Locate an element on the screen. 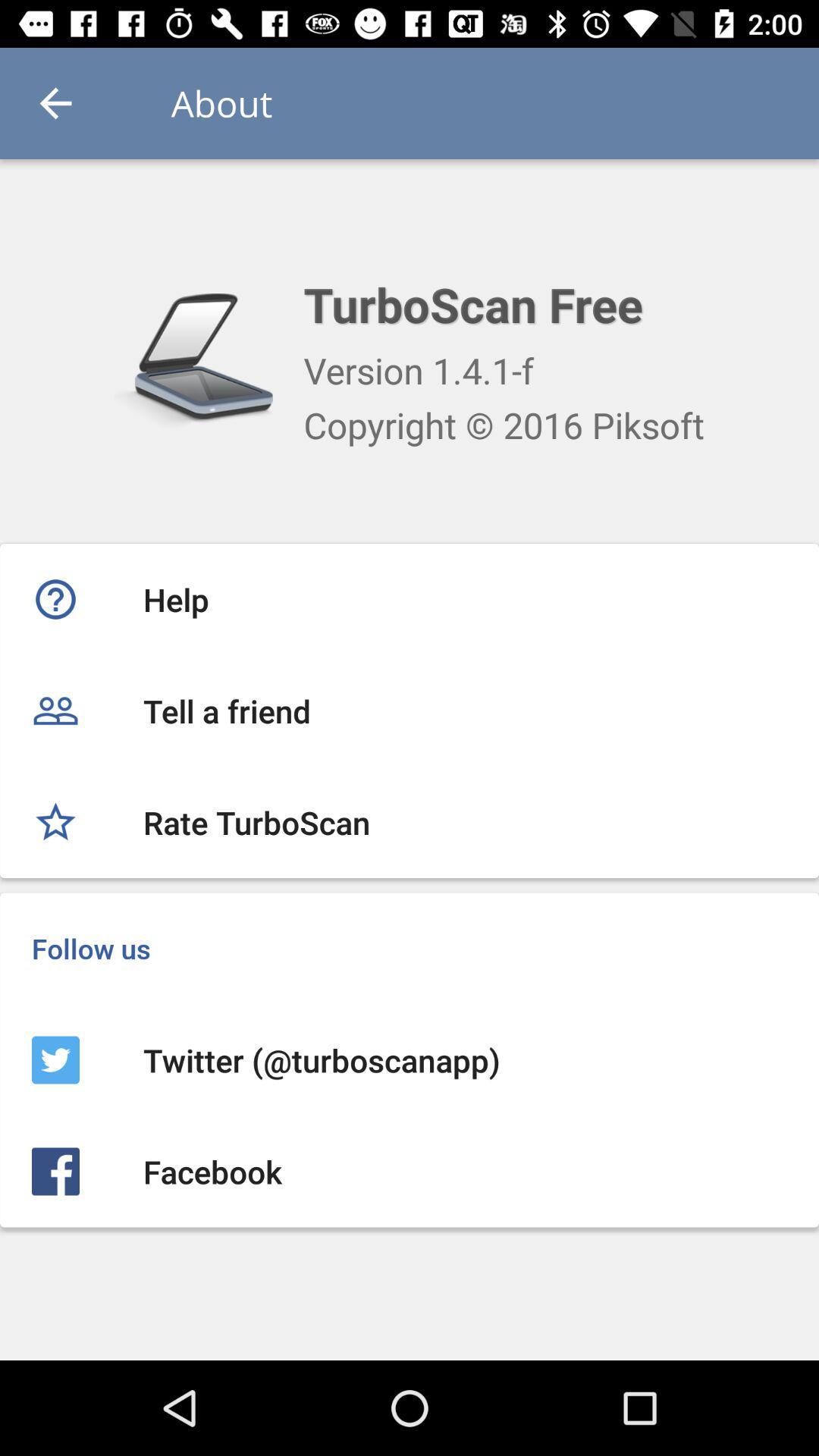 Image resolution: width=819 pixels, height=1456 pixels. item to the left of the about is located at coordinates (55, 102).